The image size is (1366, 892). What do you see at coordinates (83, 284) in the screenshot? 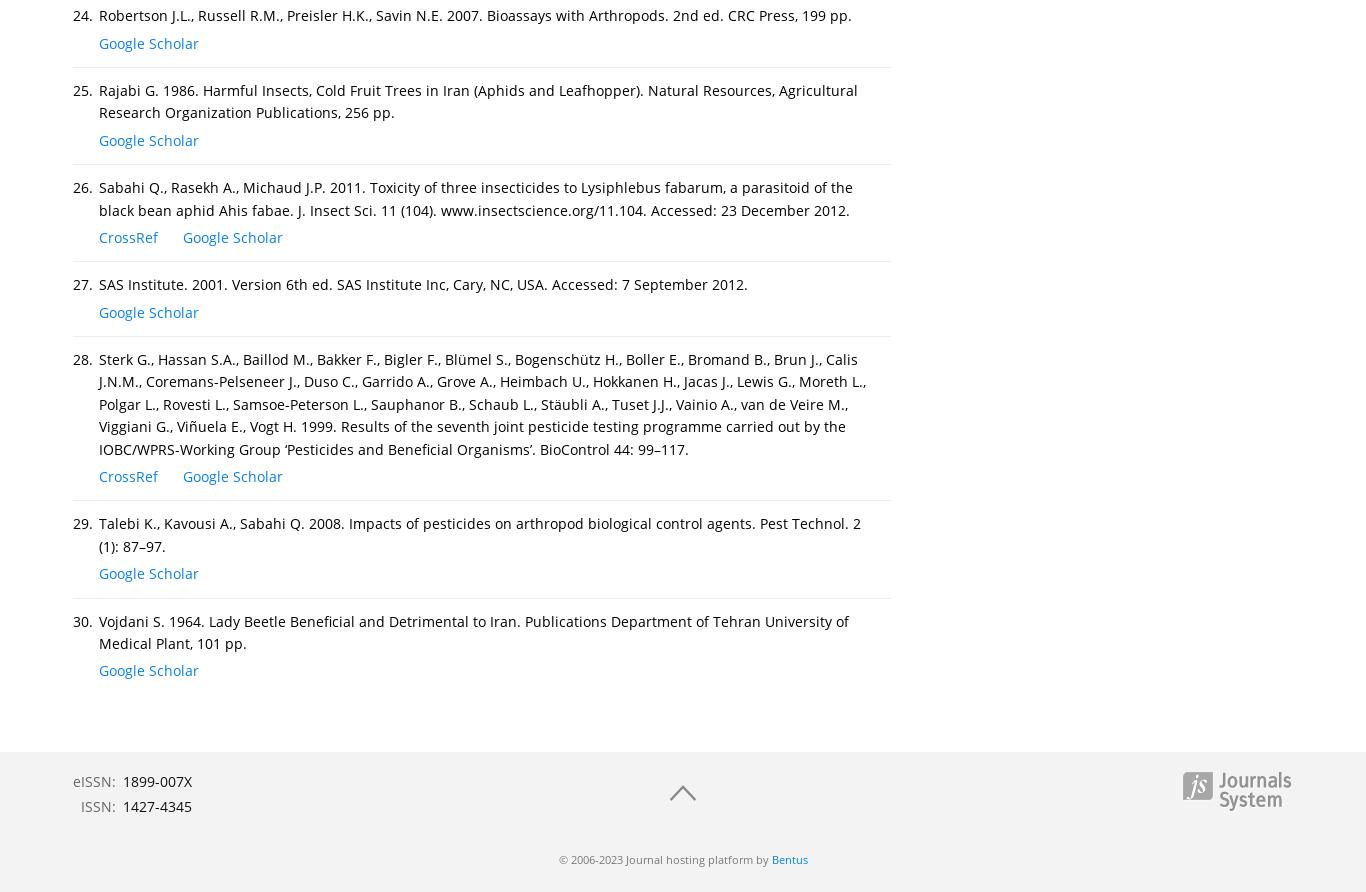
I see `'27.'` at bounding box center [83, 284].